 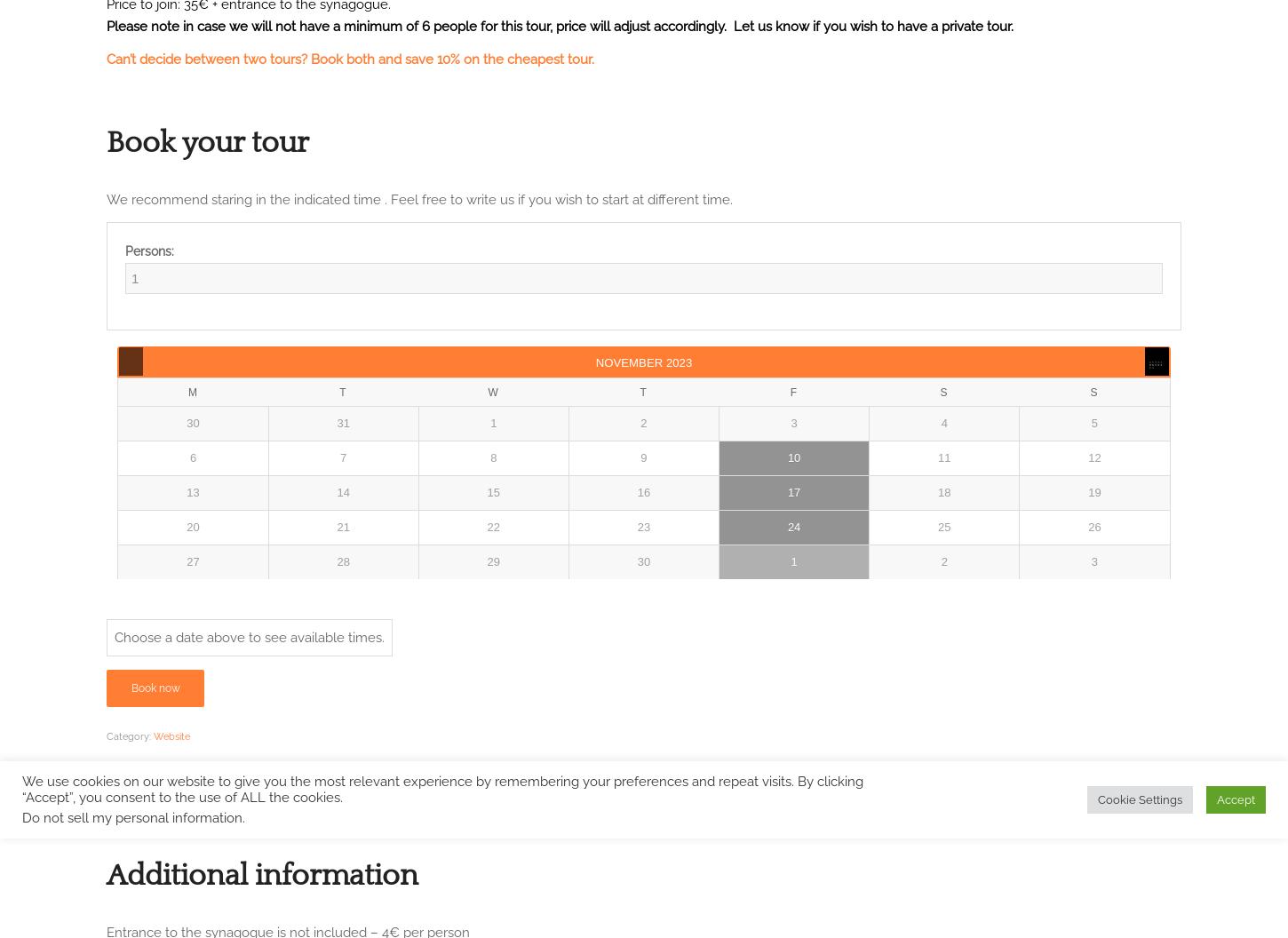 What do you see at coordinates (148, 22) in the screenshot?
I see `'Contact us'` at bounding box center [148, 22].